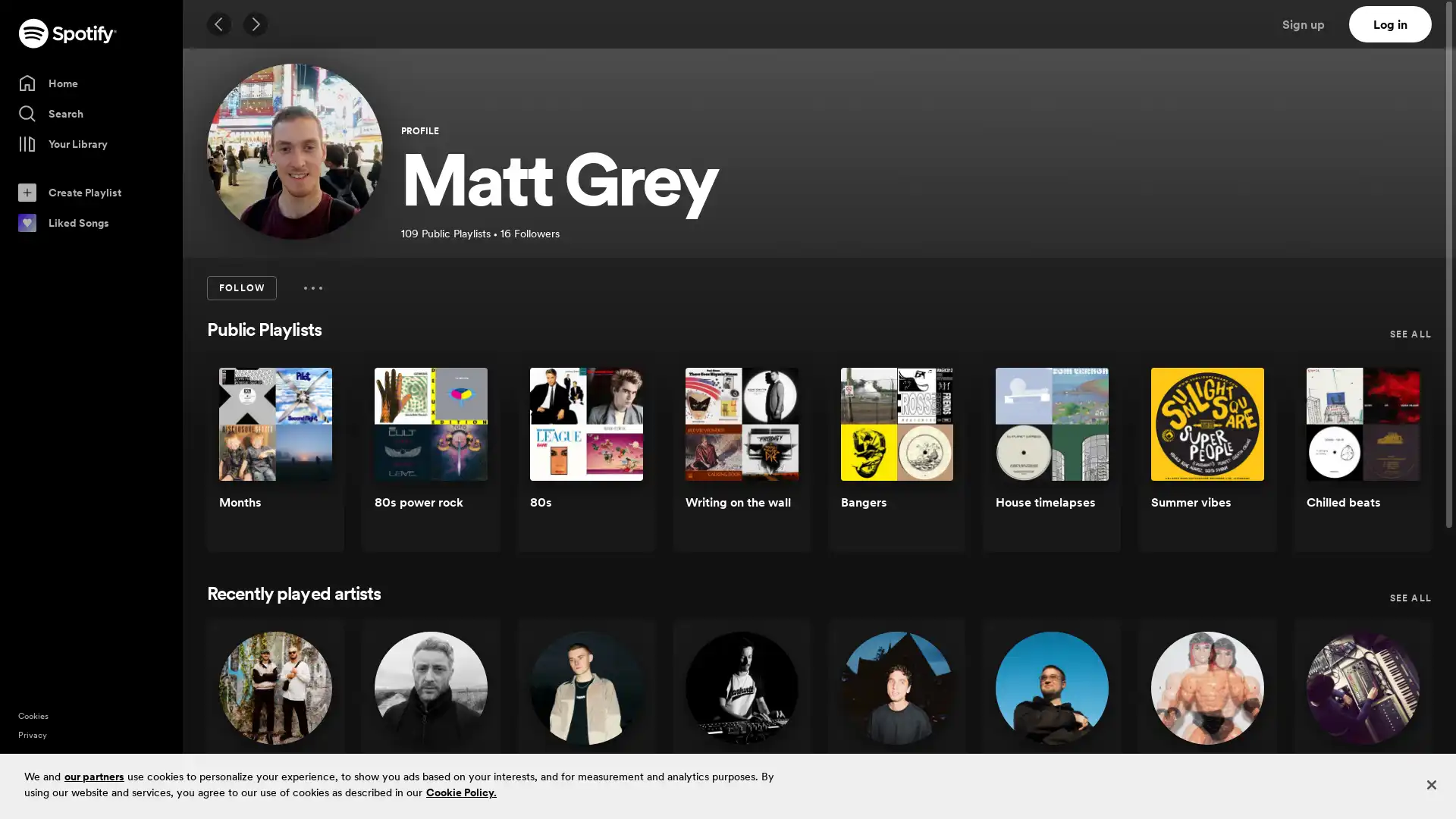 This screenshot has height=819, width=1456. I want to click on Play Fasme, so click(773, 724).